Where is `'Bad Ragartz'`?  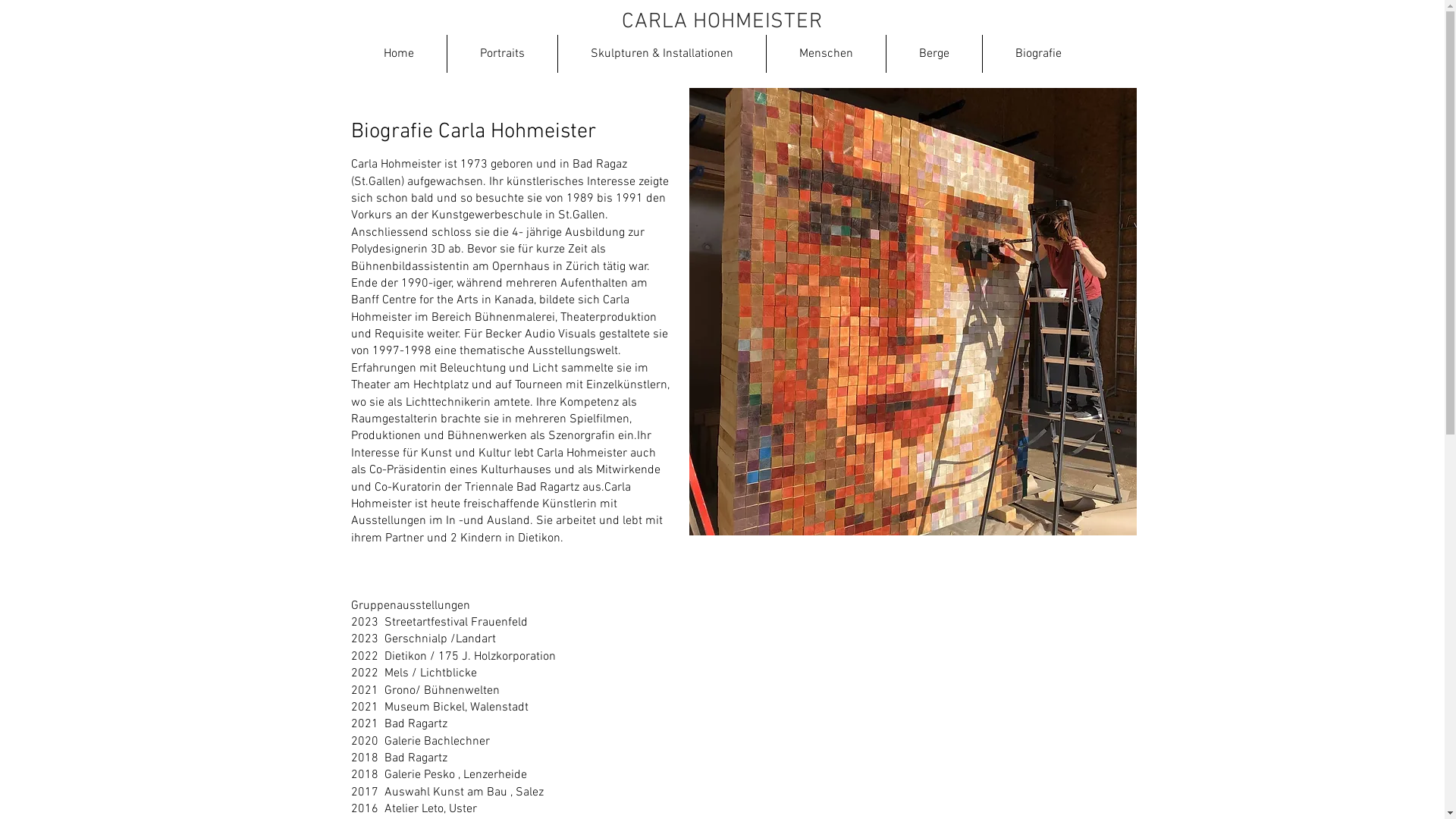 'Bad Ragartz' is located at coordinates (383, 723).